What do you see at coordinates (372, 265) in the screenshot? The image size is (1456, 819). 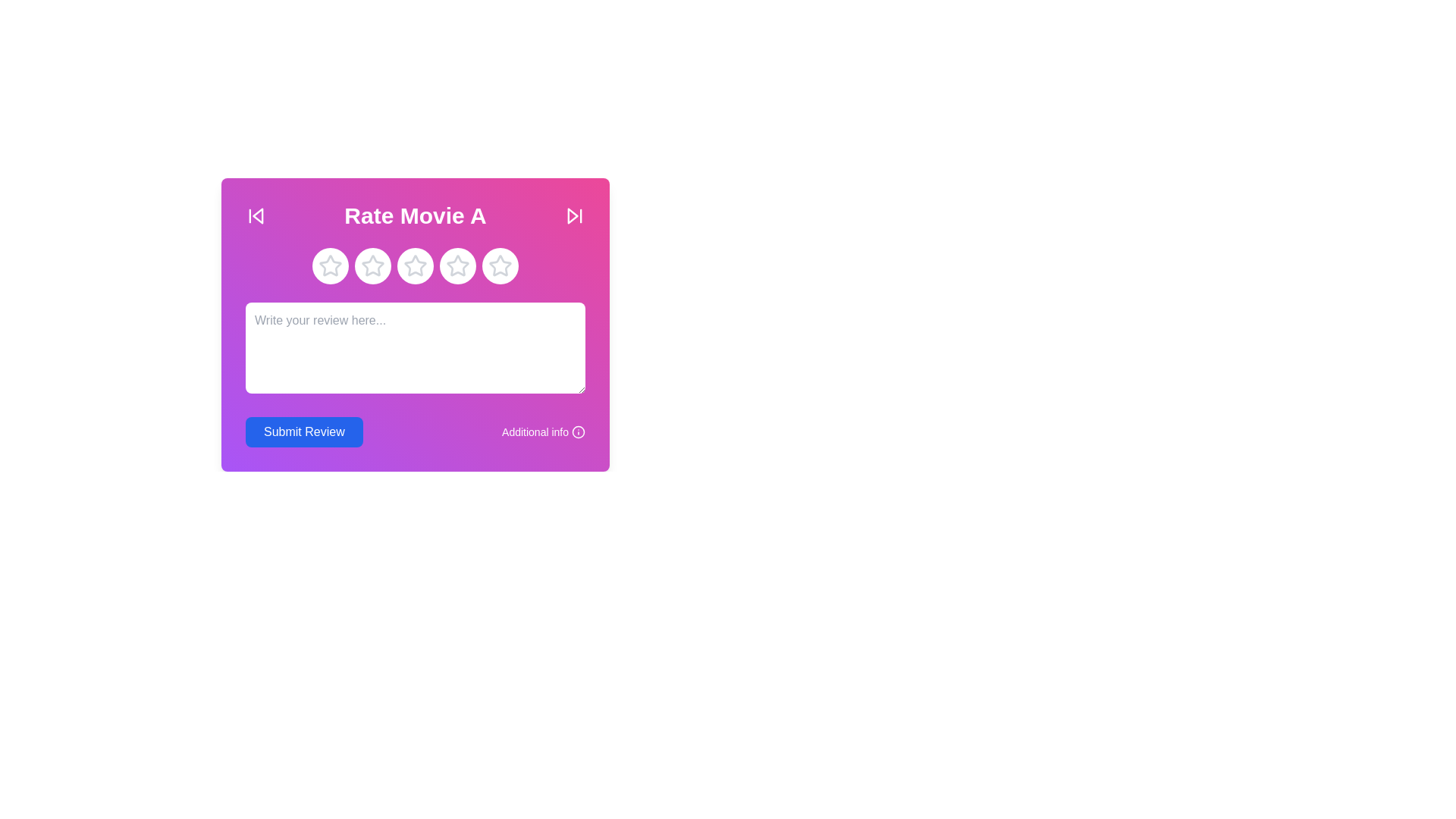 I see `the second star-shaped icon in the rating system located beneath the text header 'Rate Movie A'` at bounding box center [372, 265].